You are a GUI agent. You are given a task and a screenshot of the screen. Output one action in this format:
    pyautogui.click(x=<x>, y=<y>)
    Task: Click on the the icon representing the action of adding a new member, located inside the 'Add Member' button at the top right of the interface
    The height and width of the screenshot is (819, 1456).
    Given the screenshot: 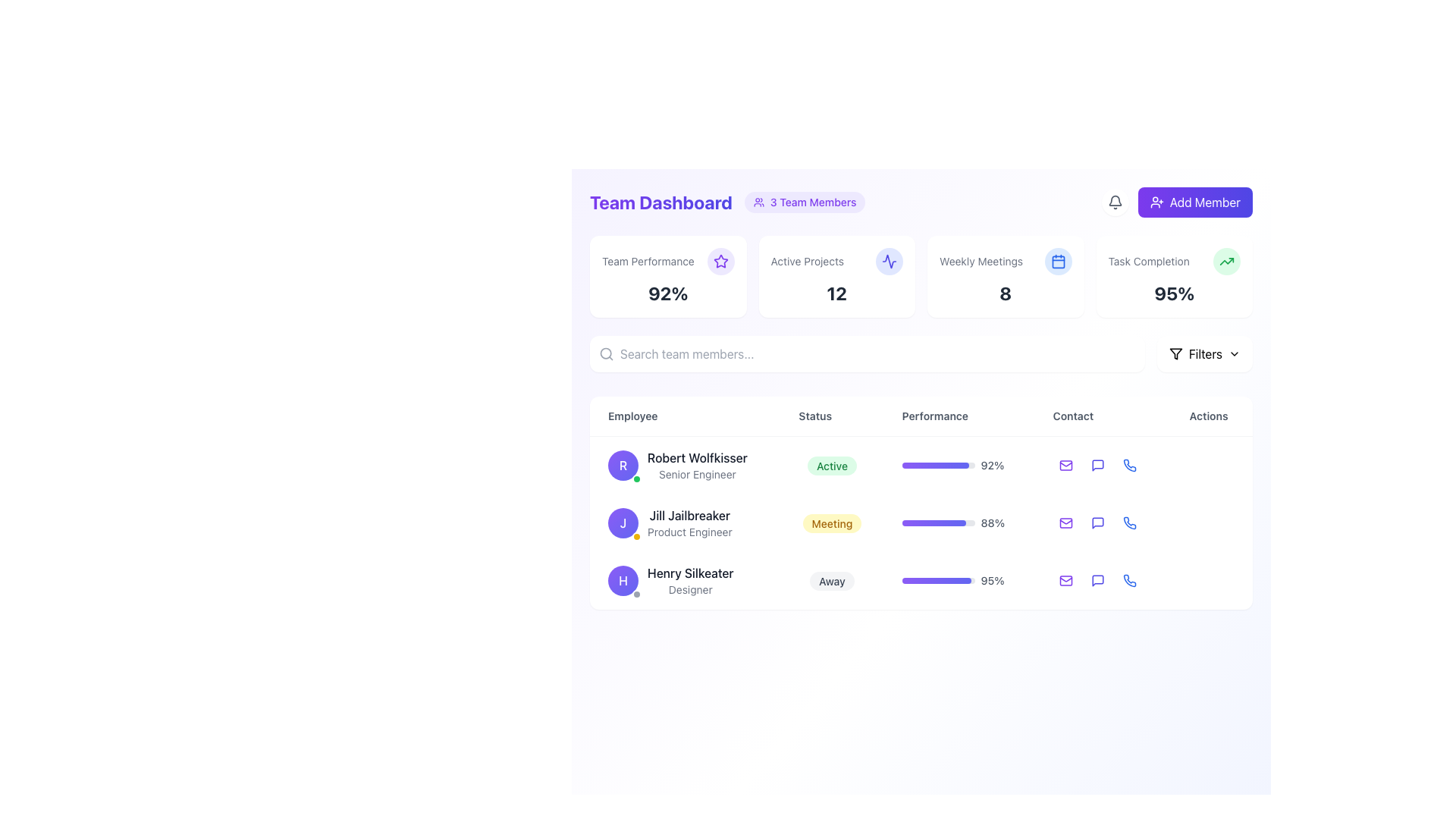 What is the action you would take?
    pyautogui.click(x=1156, y=201)
    